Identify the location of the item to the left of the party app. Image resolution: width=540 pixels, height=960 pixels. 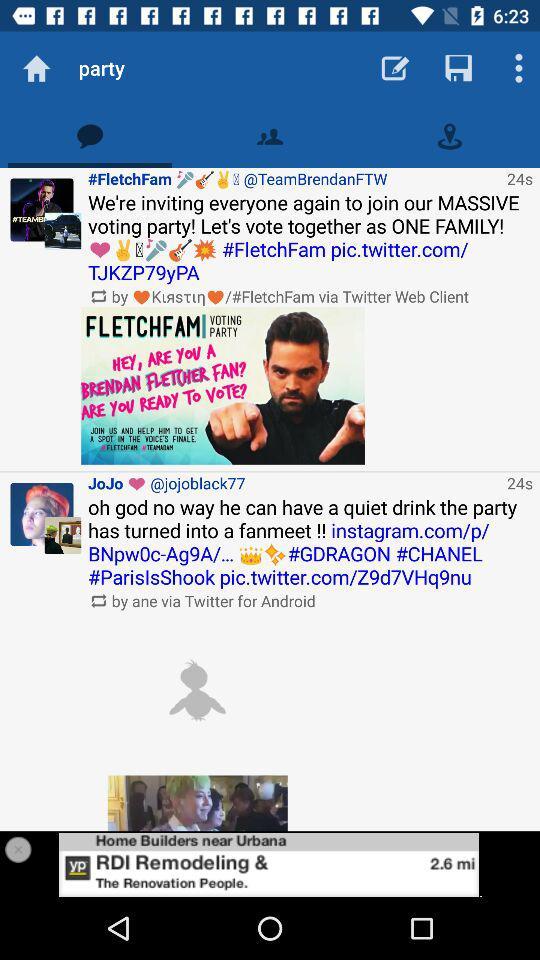
(36, 68).